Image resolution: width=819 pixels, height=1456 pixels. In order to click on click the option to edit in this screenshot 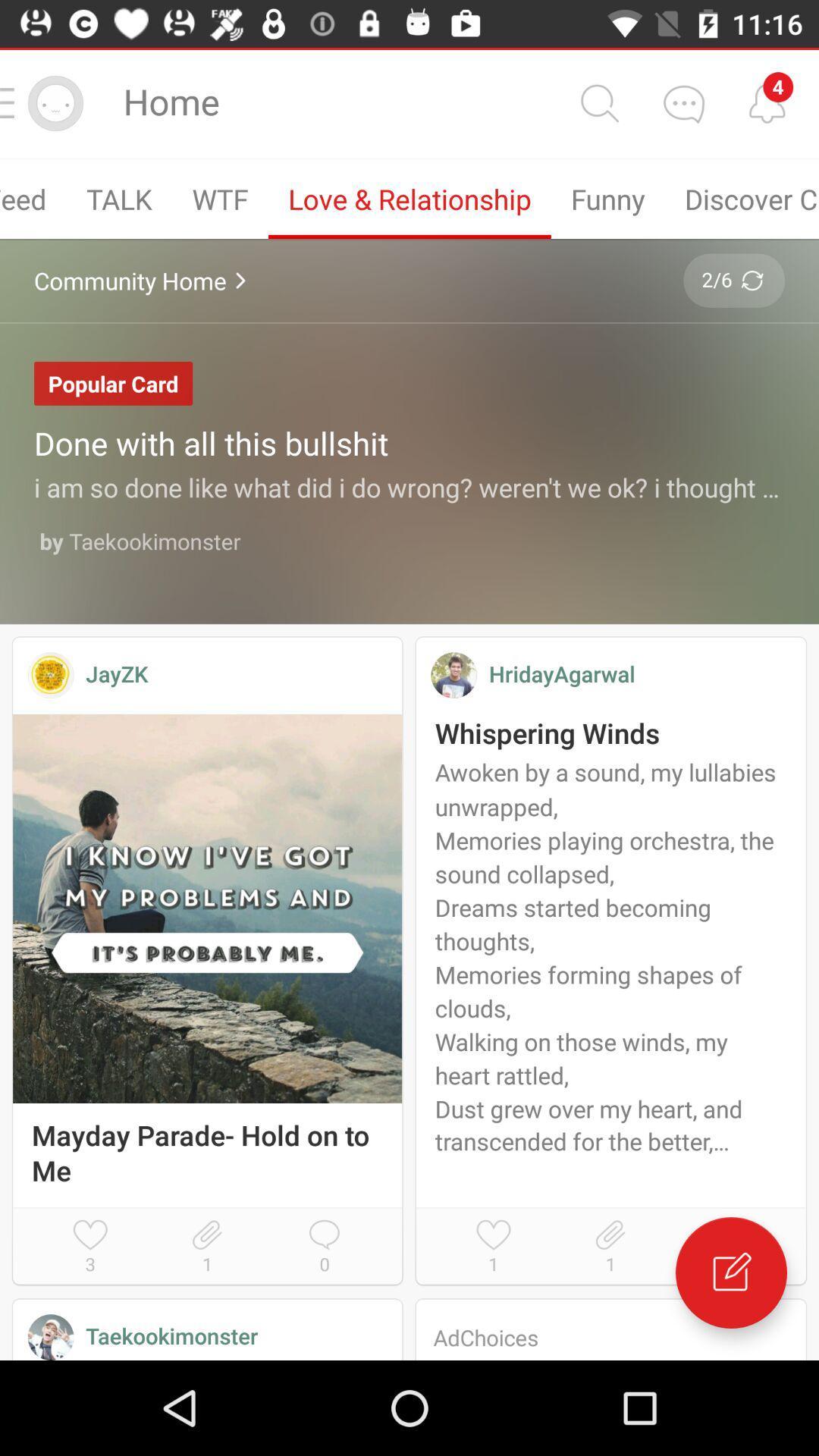, I will do `click(730, 1272)`.